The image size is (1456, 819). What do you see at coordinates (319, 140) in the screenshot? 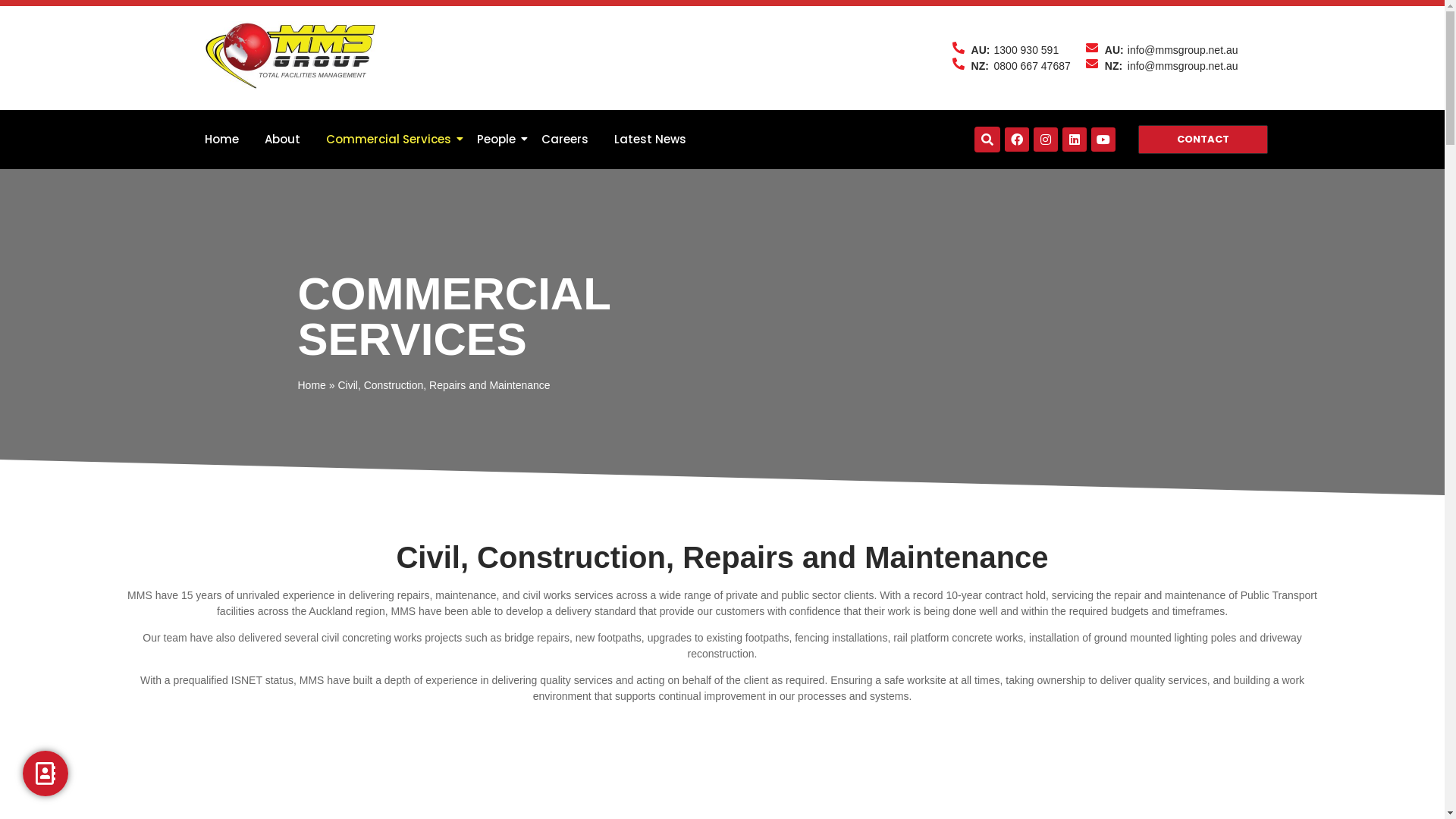
I see `'Commercial Services'` at bounding box center [319, 140].